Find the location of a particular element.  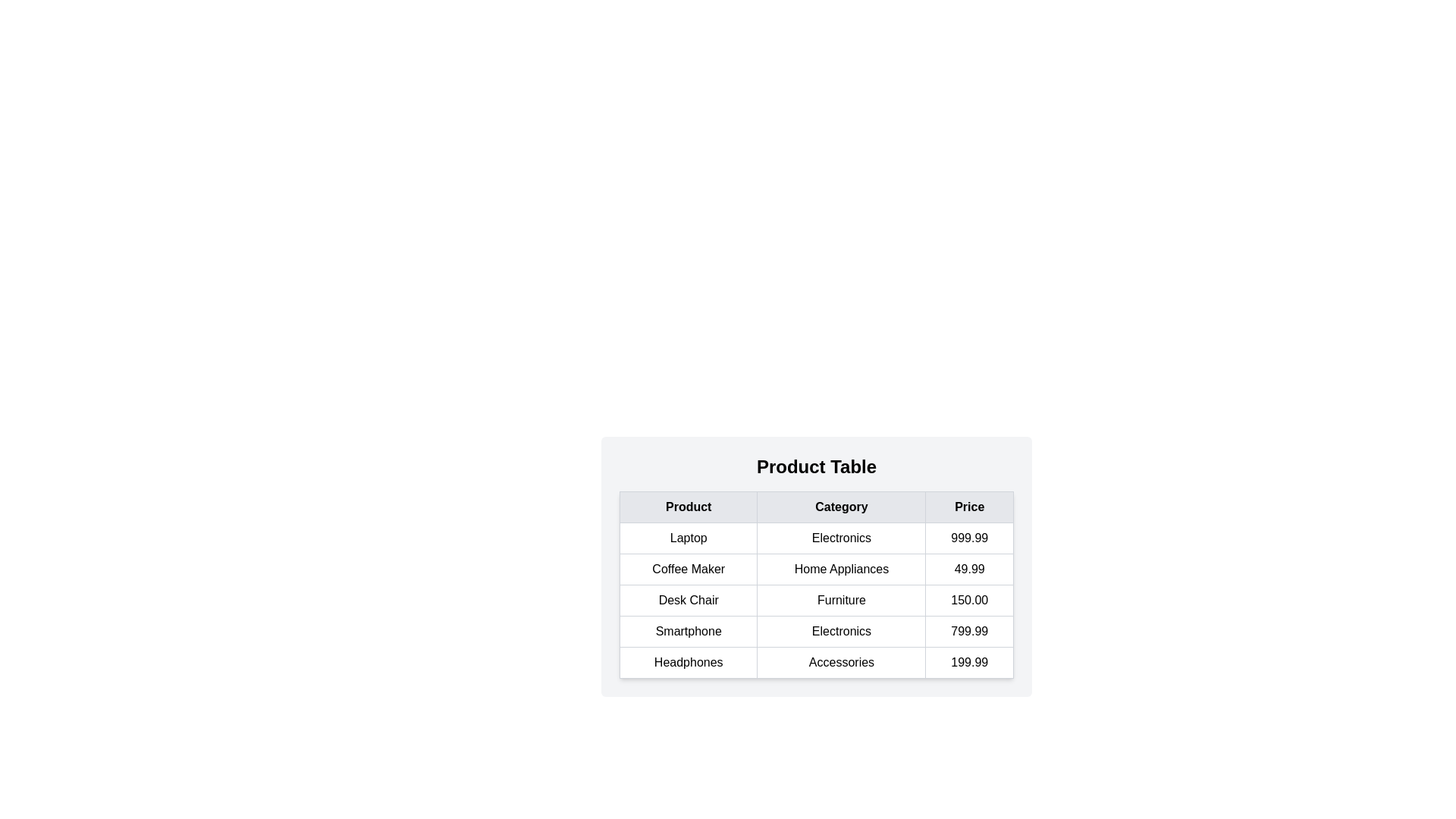

the third row of the table displaying the product 'Desk Chair' in order is located at coordinates (815, 599).